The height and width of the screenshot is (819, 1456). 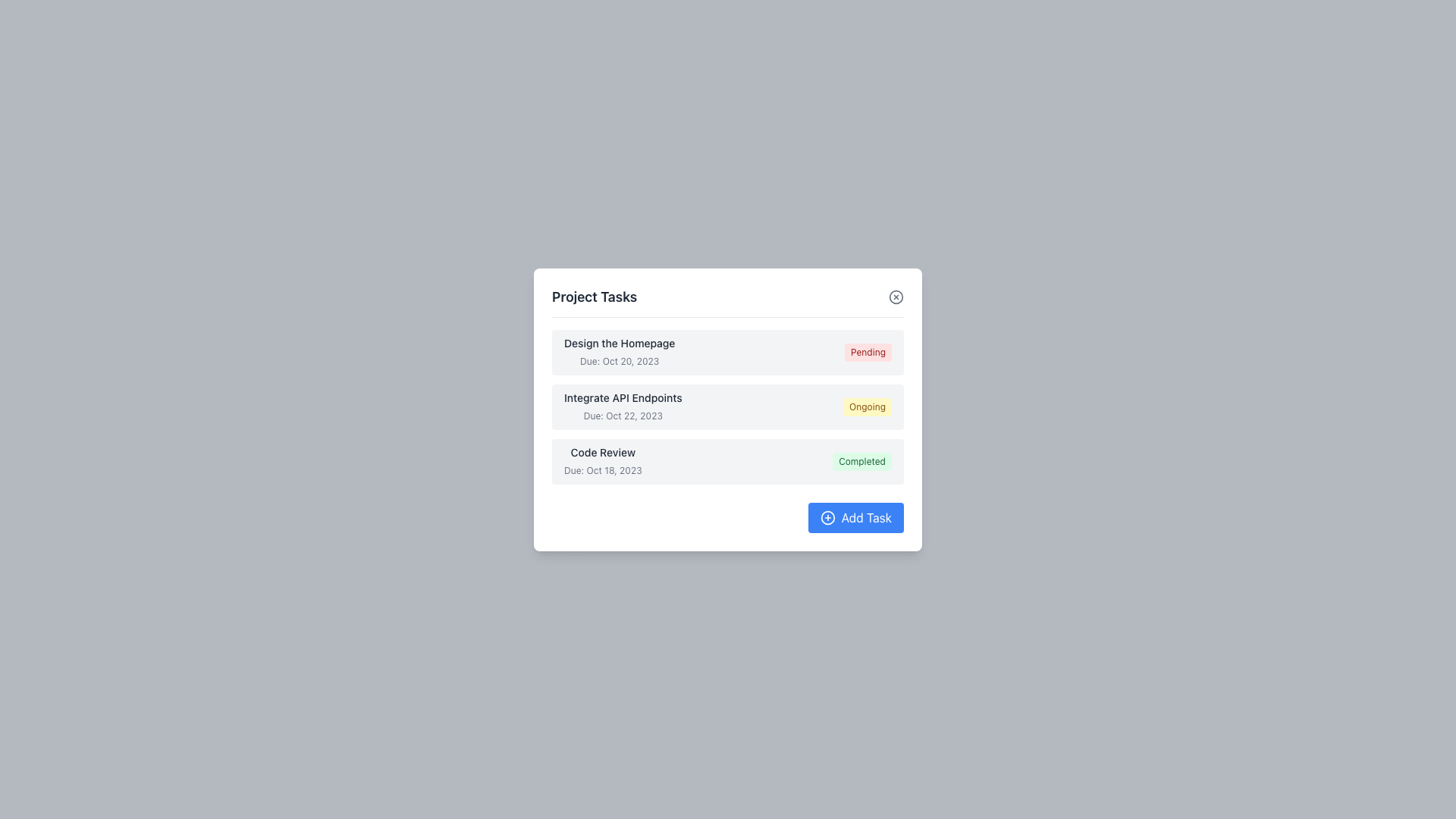 What do you see at coordinates (620, 352) in the screenshot?
I see `text displayed in the task area that shows 'Design the Homepage' and its due date 'Due: Oct 20, 2023', located in the first row of the task list within the task manager interface` at bounding box center [620, 352].